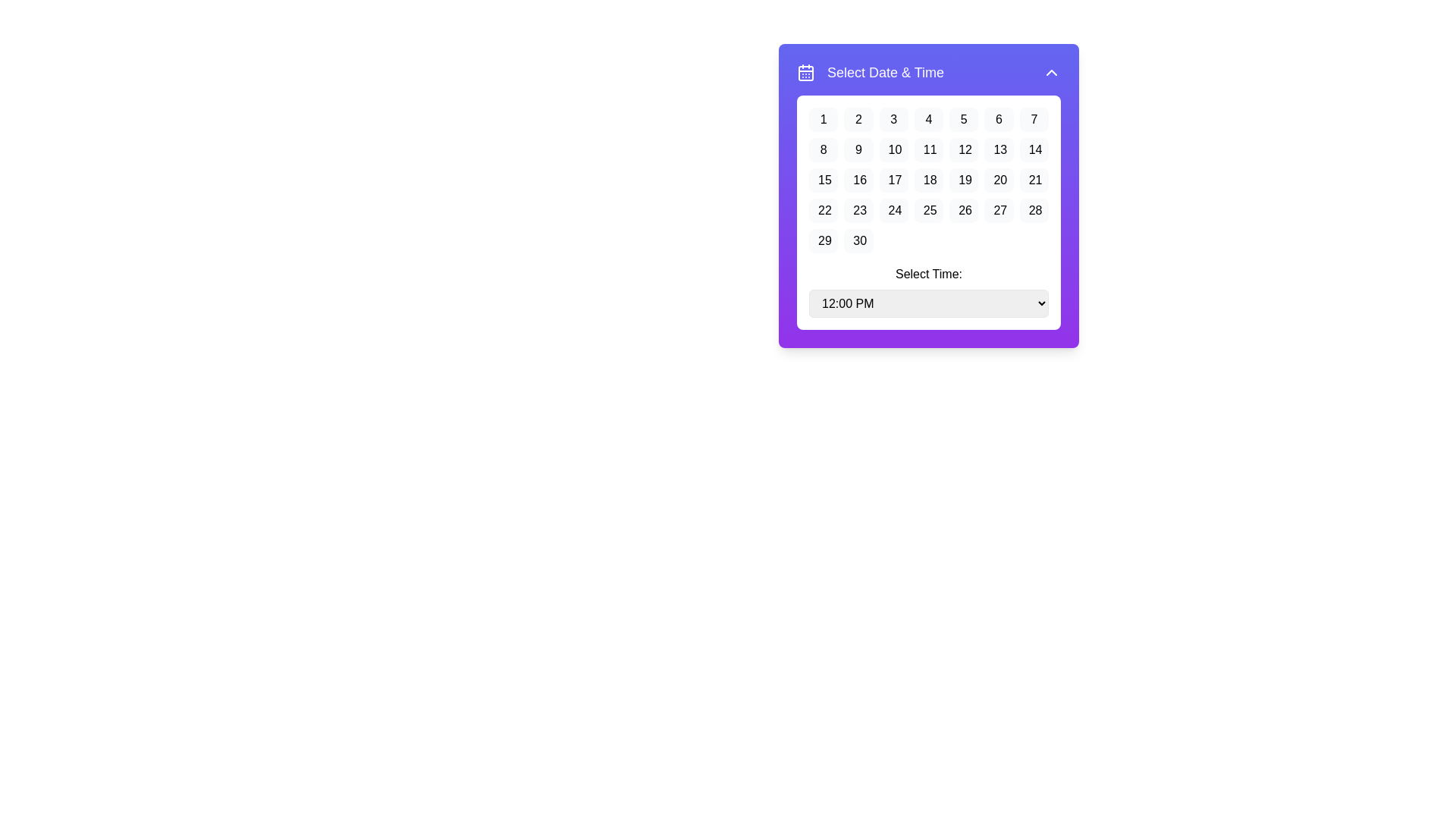 The image size is (1456, 819). Describe the element at coordinates (893, 119) in the screenshot. I see `the button displaying the number '3' in the calendar grid of the date-picker component` at that location.